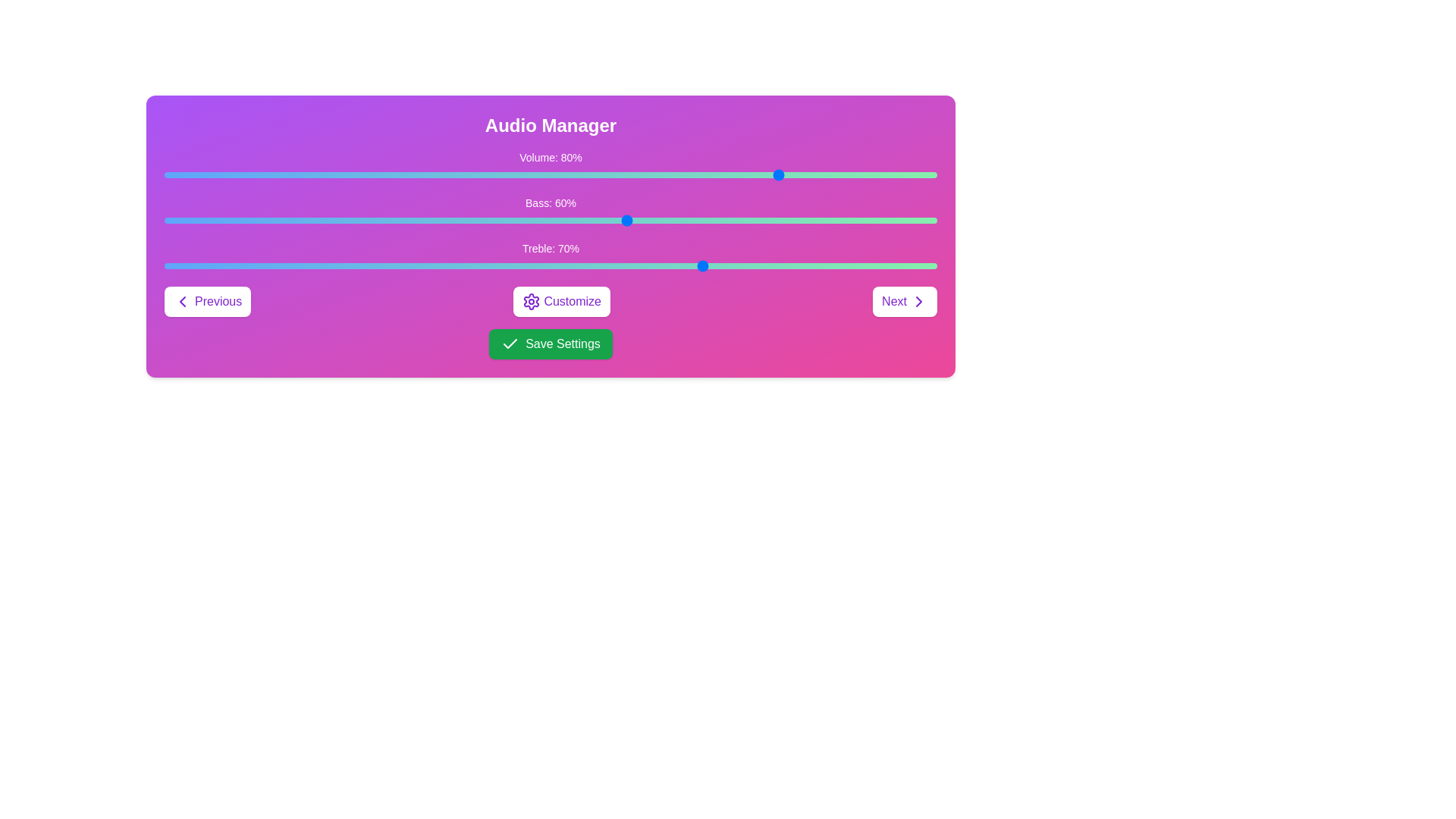 This screenshot has width=1456, height=819. I want to click on the range slider track to move the thumb to a specific position, identified as the horizontal slider with a gradient background and a blue circular thumb at the 80% mark, located below the 'Audio Manager' label, so click(550, 166).